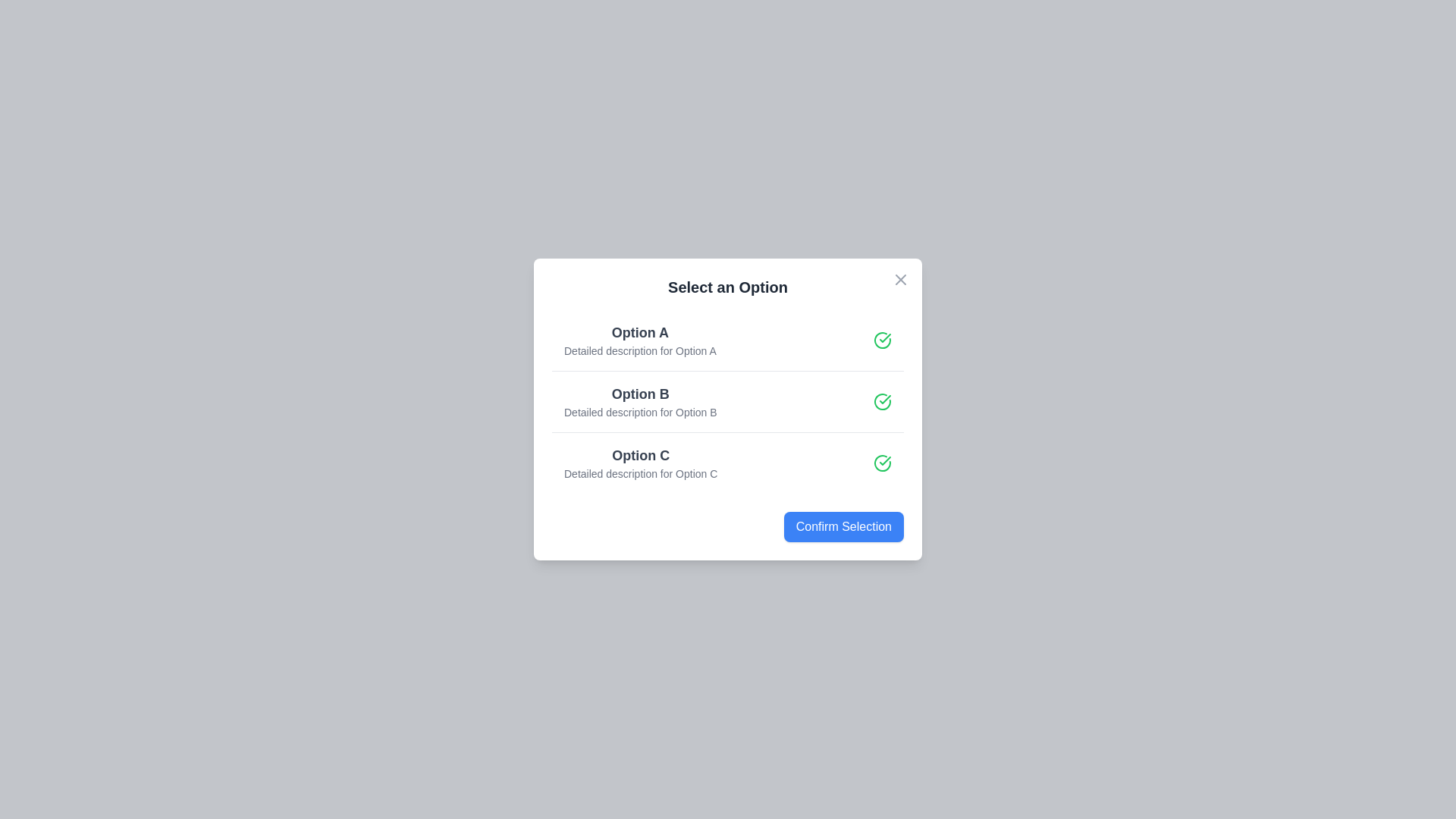  What do you see at coordinates (728, 461) in the screenshot?
I see `the option Option C from the list` at bounding box center [728, 461].